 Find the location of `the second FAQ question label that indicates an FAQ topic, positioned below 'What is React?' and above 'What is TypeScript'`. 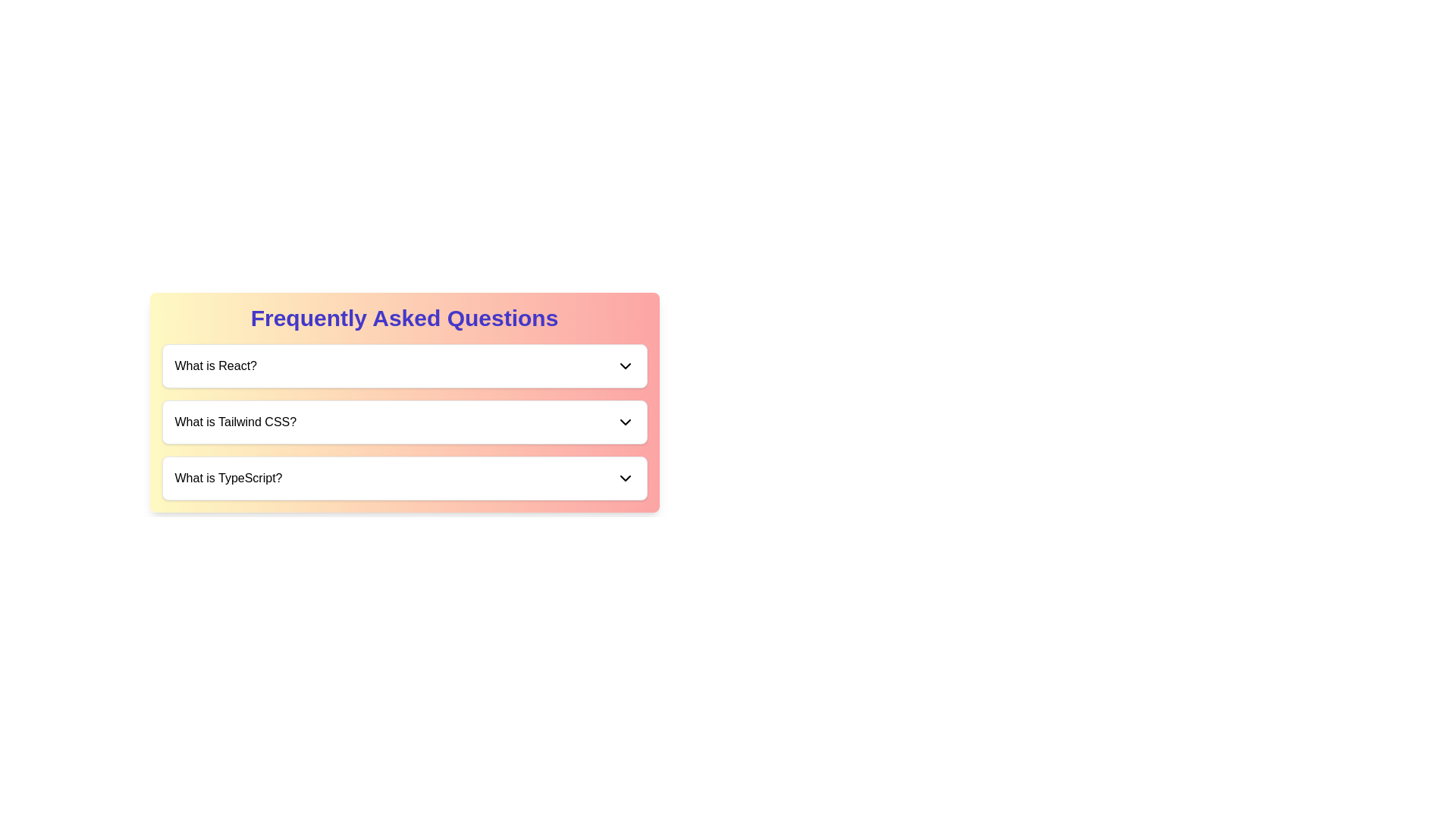

the second FAQ question label that indicates an FAQ topic, positioned below 'What is React?' and above 'What is TypeScript' is located at coordinates (234, 422).